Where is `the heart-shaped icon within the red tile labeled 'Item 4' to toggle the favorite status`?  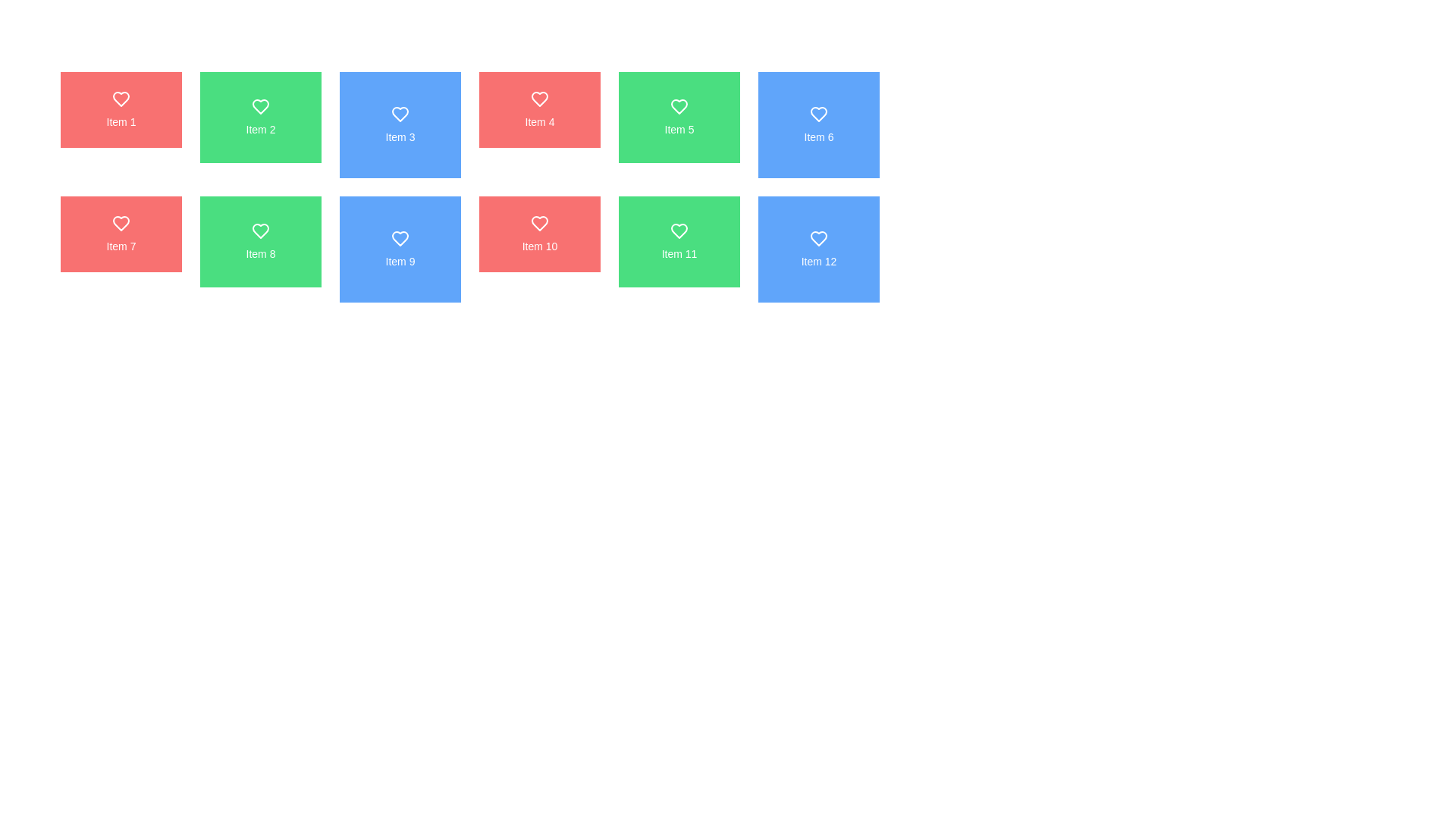
the heart-shaped icon within the red tile labeled 'Item 4' to toggle the favorite status is located at coordinates (539, 99).